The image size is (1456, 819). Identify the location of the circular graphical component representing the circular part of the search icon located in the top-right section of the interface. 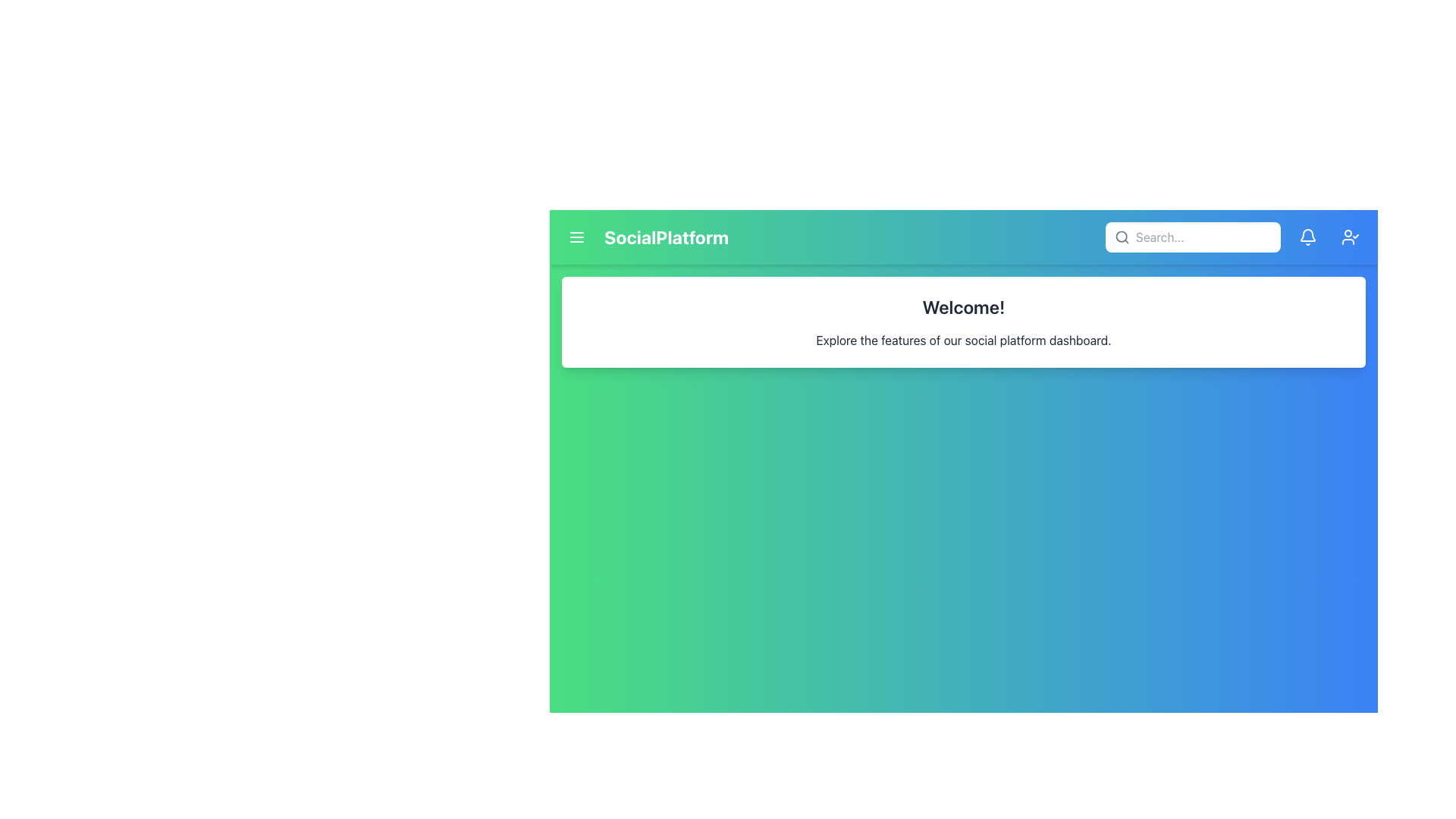
(1122, 237).